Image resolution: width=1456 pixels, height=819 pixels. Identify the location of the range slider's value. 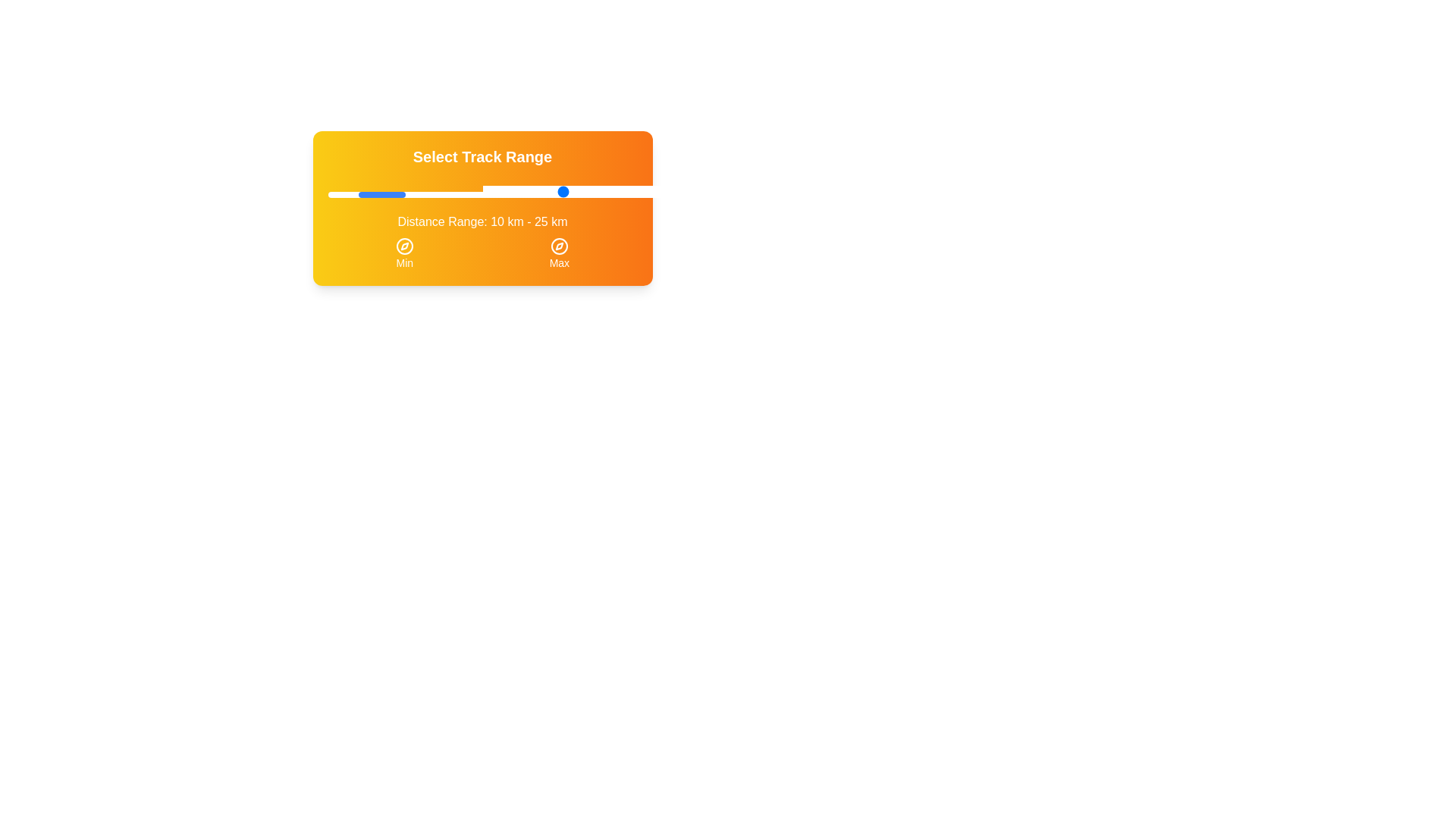
(386, 194).